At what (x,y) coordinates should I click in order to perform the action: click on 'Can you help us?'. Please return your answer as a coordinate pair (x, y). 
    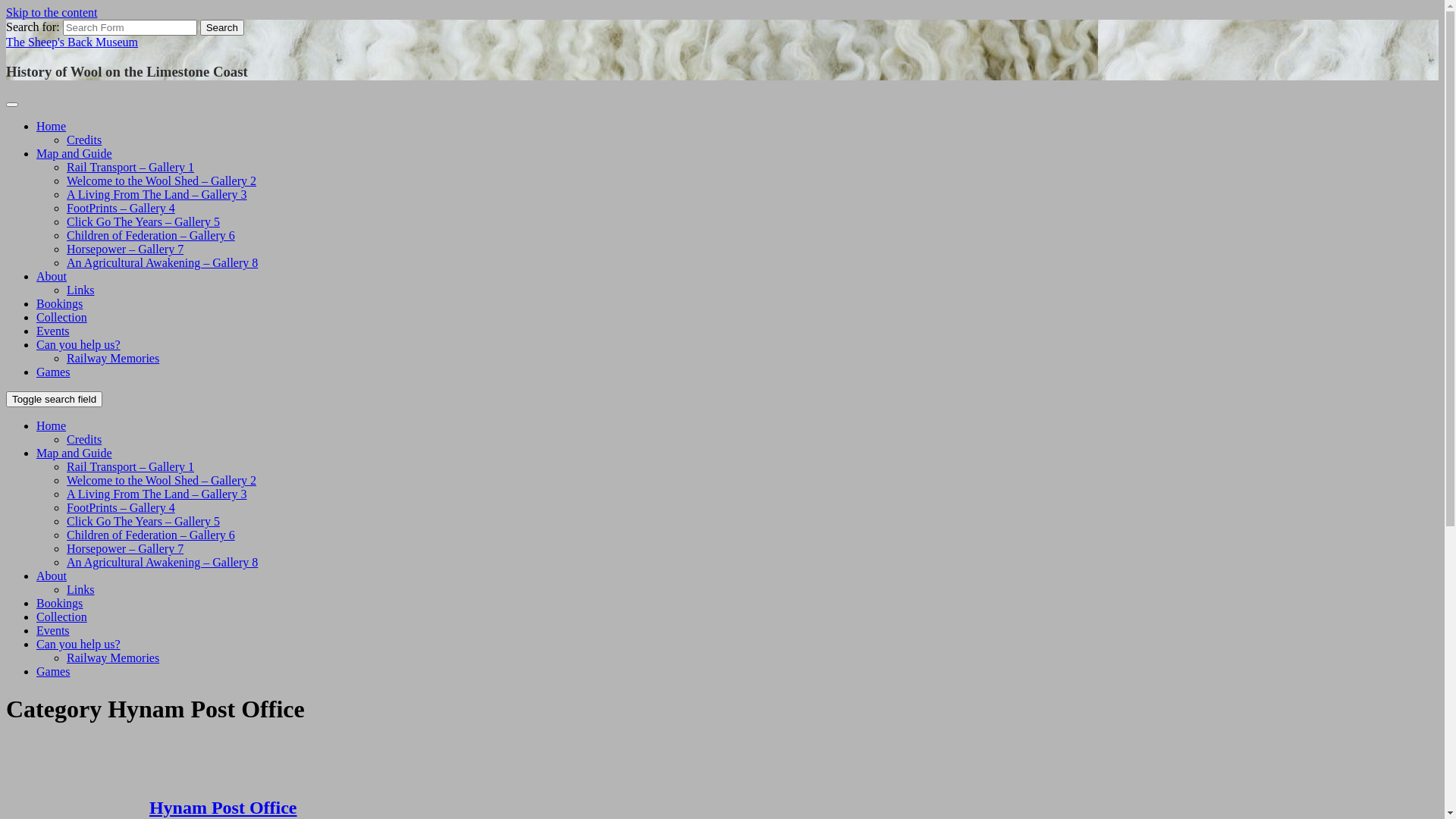
    Looking at the image, I should click on (36, 344).